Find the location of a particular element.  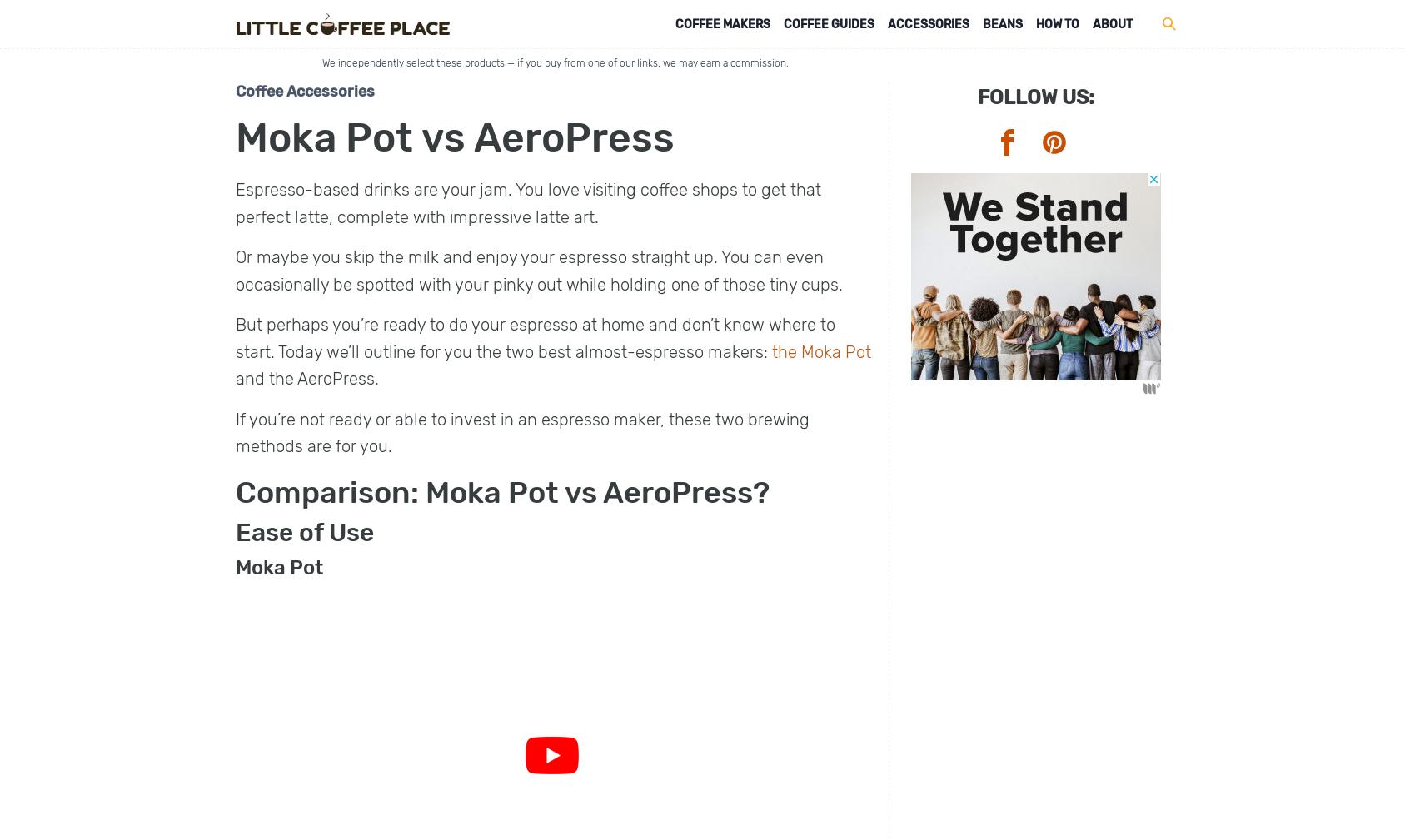

'If you’re not ready or able to invest in an espresso maker, these two brewing methods are for you.' is located at coordinates (522, 432).